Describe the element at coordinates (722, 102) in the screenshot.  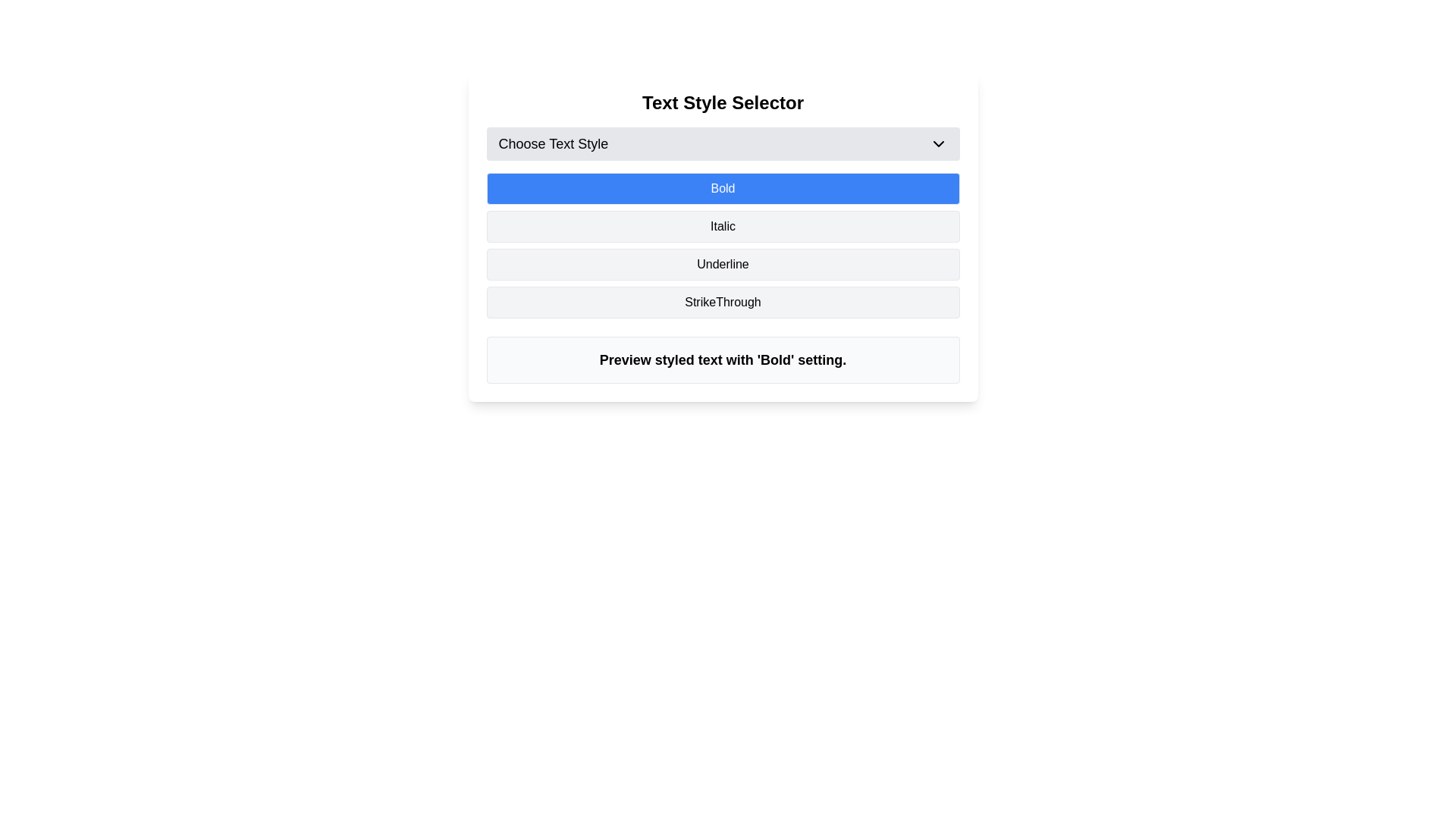
I see `static text label that serves as a header for the section, located above the dropdown labeled 'Choose Text Style'` at that location.